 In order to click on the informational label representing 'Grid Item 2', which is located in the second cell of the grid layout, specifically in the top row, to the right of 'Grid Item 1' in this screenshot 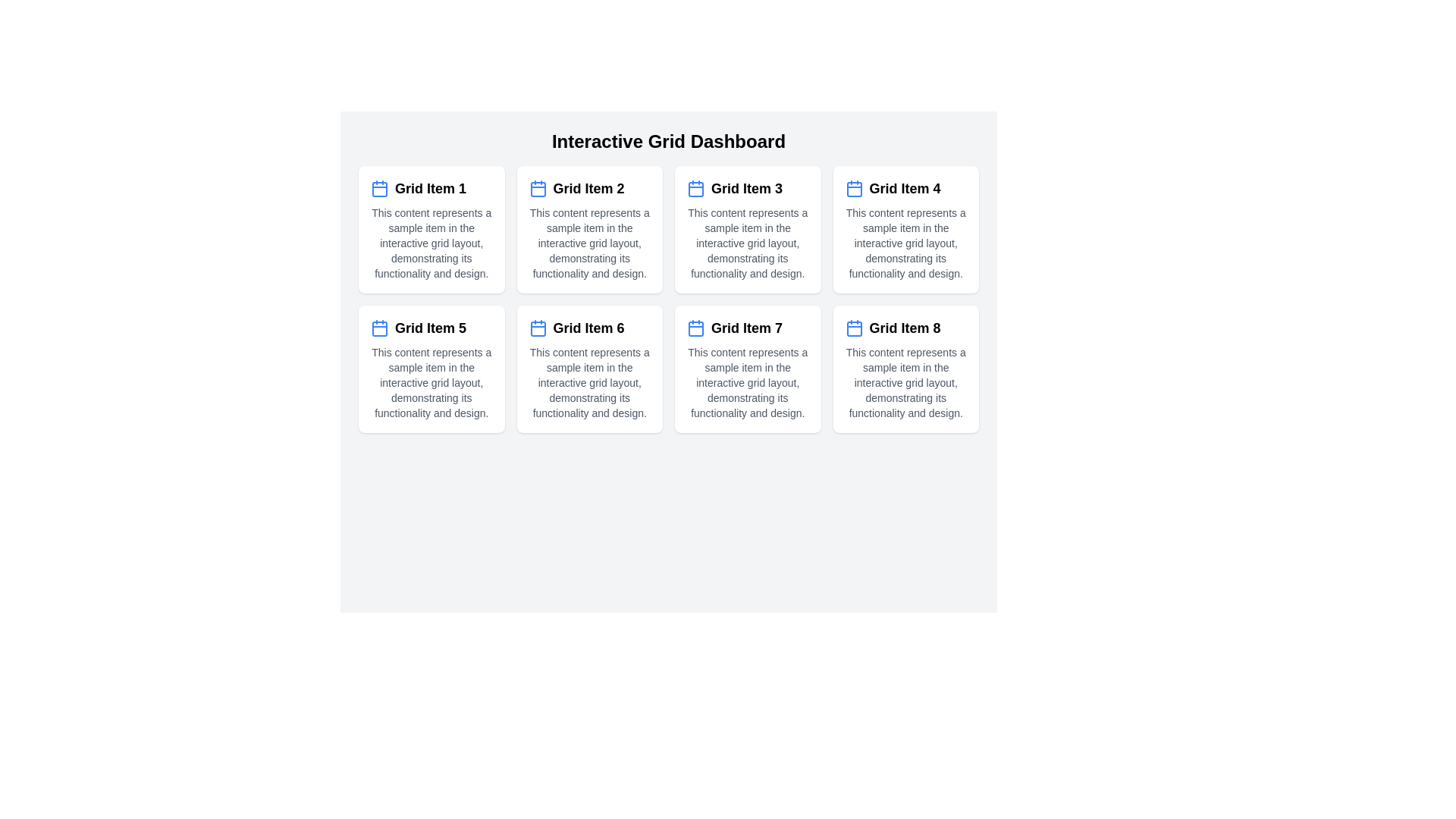, I will do `click(588, 188)`.